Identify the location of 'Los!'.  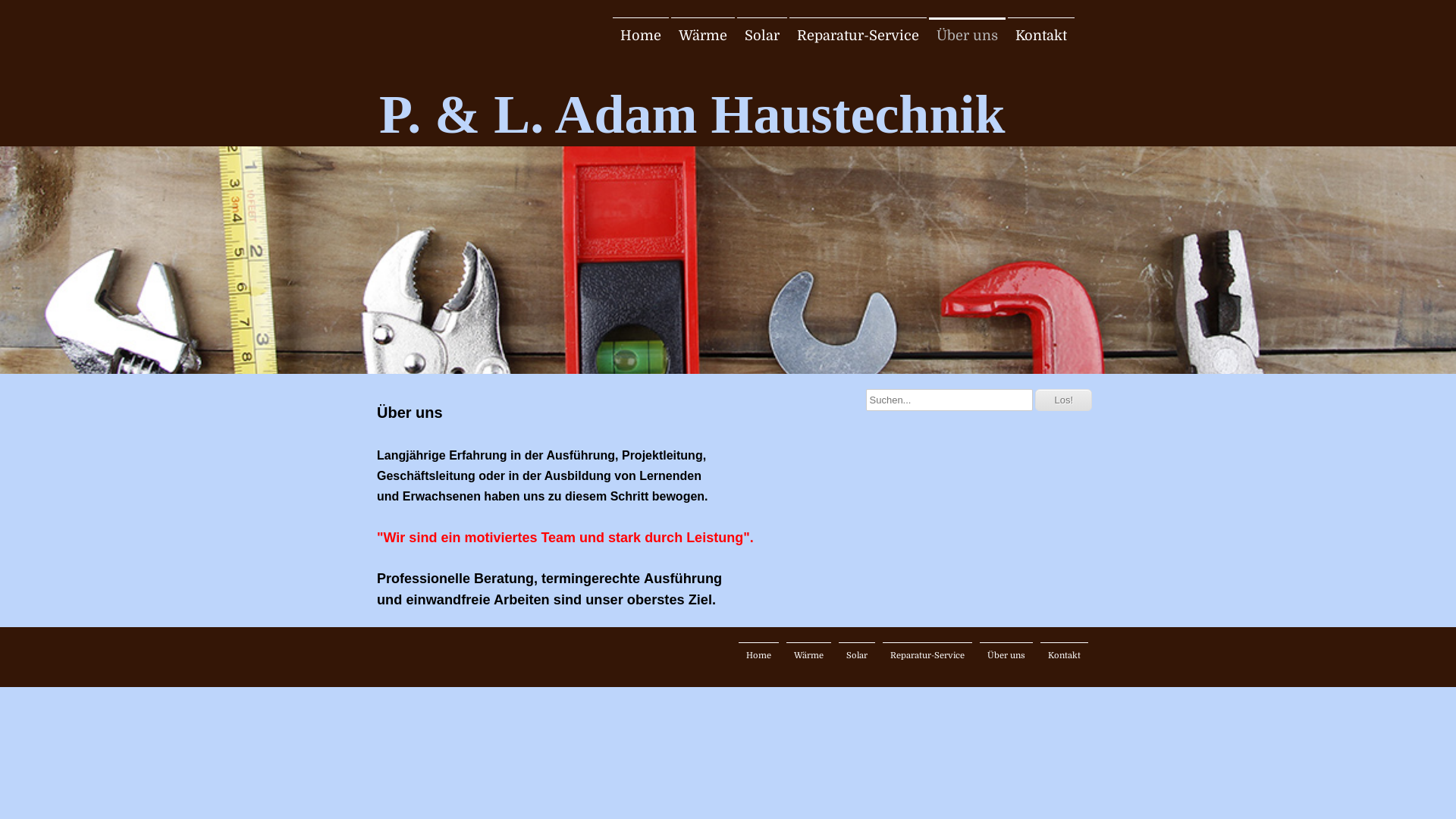
(1034, 399).